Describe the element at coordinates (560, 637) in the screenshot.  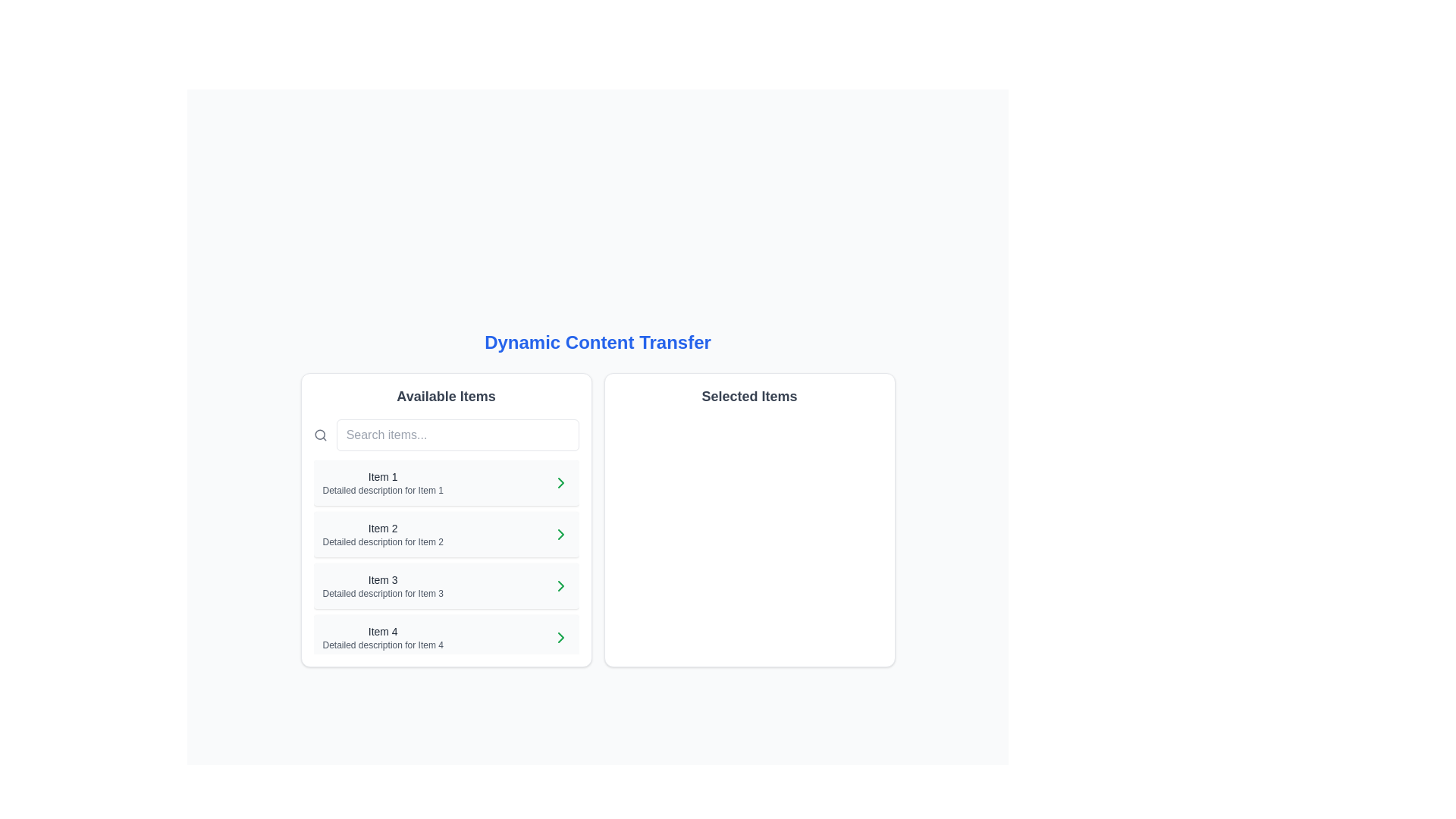
I see `the green rightward-pointing chevron icon located next to the text description for Item 4 in the 'Available Items' list` at that location.